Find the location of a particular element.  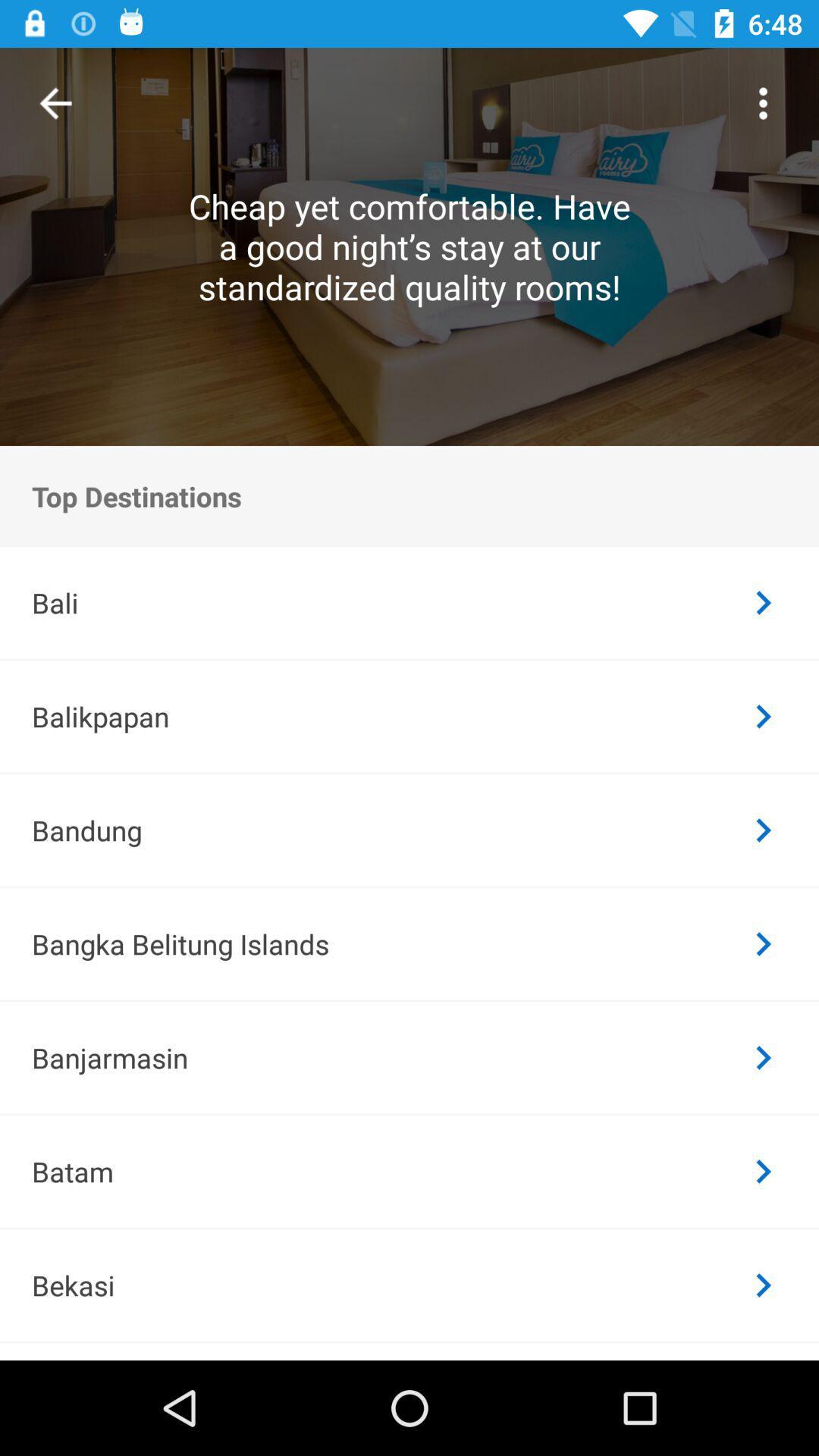

button back is located at coordinates (55, 102).